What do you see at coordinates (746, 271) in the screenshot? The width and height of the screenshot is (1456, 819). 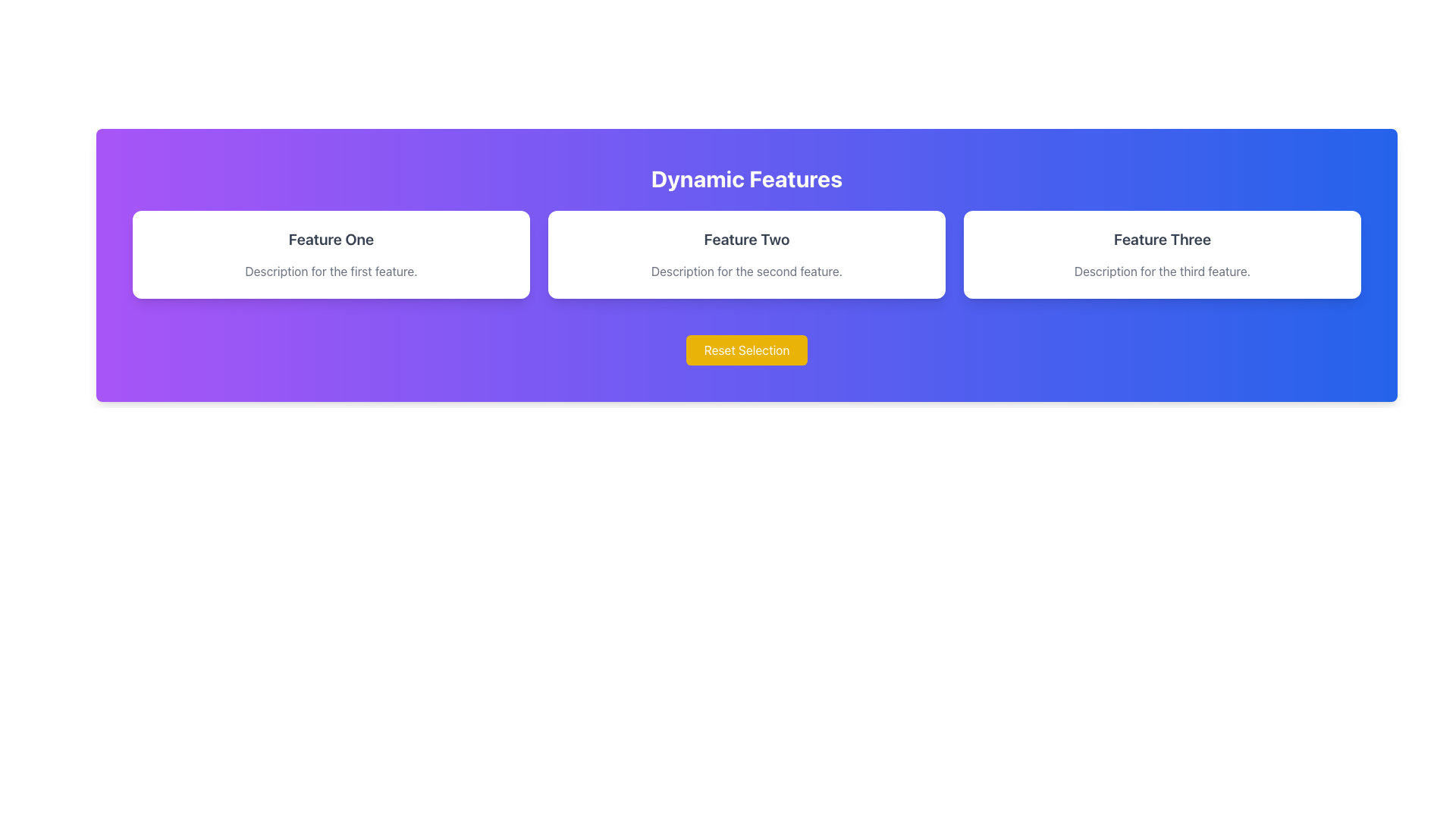 I see `the Text Label that provides a descriptive summary for the 'Feature Two' section, positioned within the second card below the title 'Feature Two'` at bounding box center [746, 271].